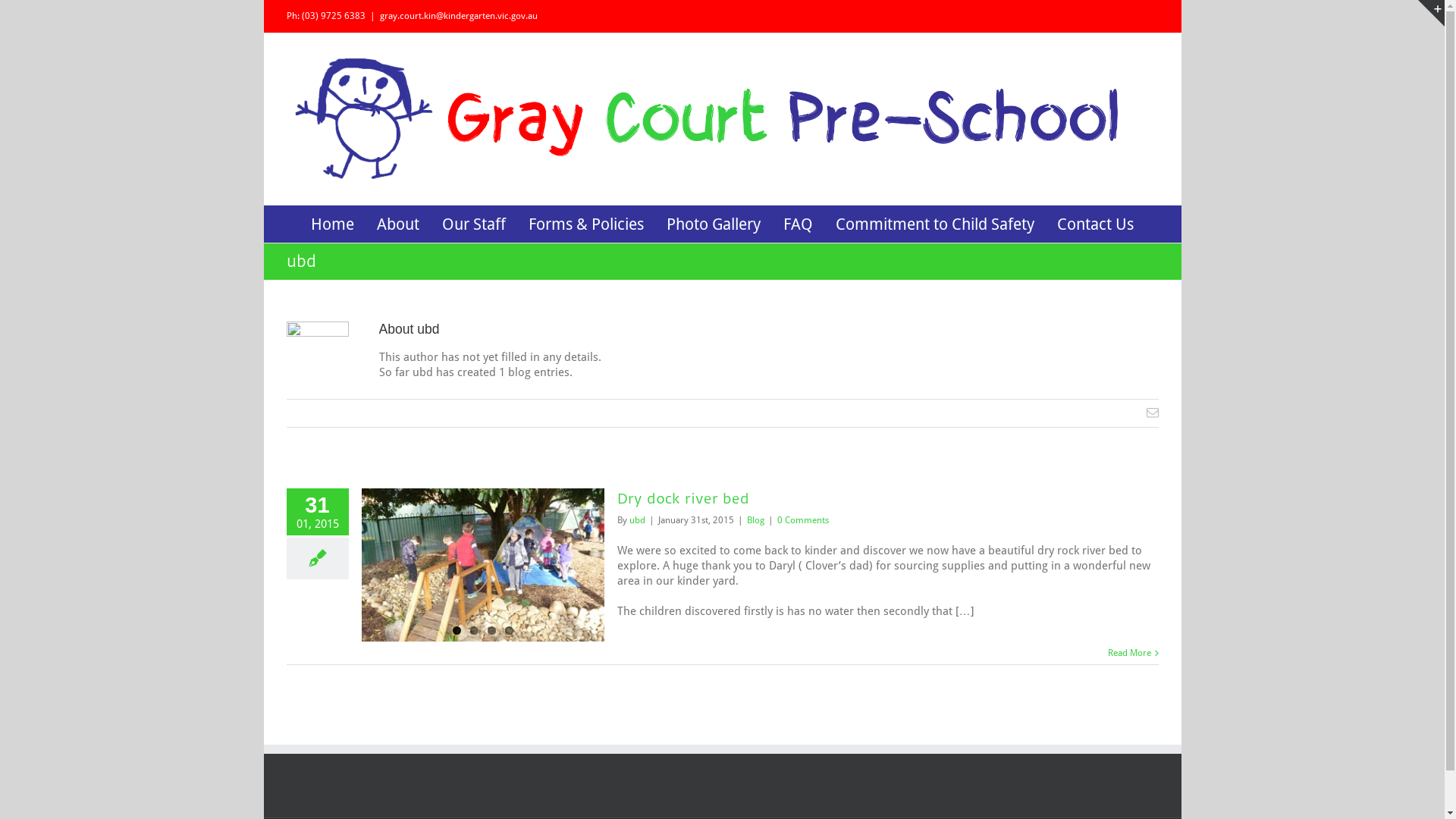  What do you see at coordinates (755, 519) in the screenshot?
I see `'Blog'` at bounding box center [755, 519].